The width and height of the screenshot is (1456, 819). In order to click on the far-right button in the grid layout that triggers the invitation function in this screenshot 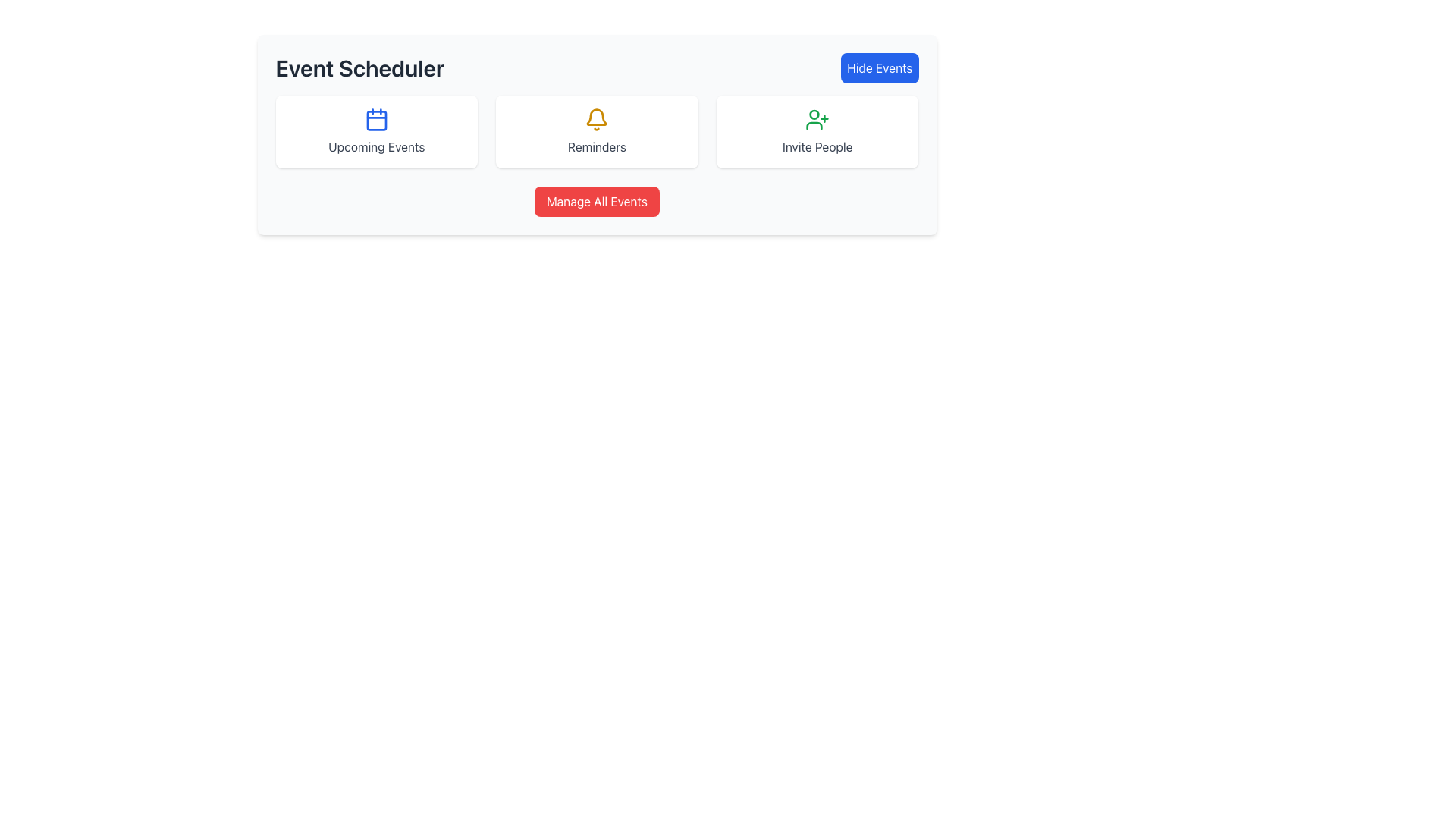, I will do `click(817, 130)`.